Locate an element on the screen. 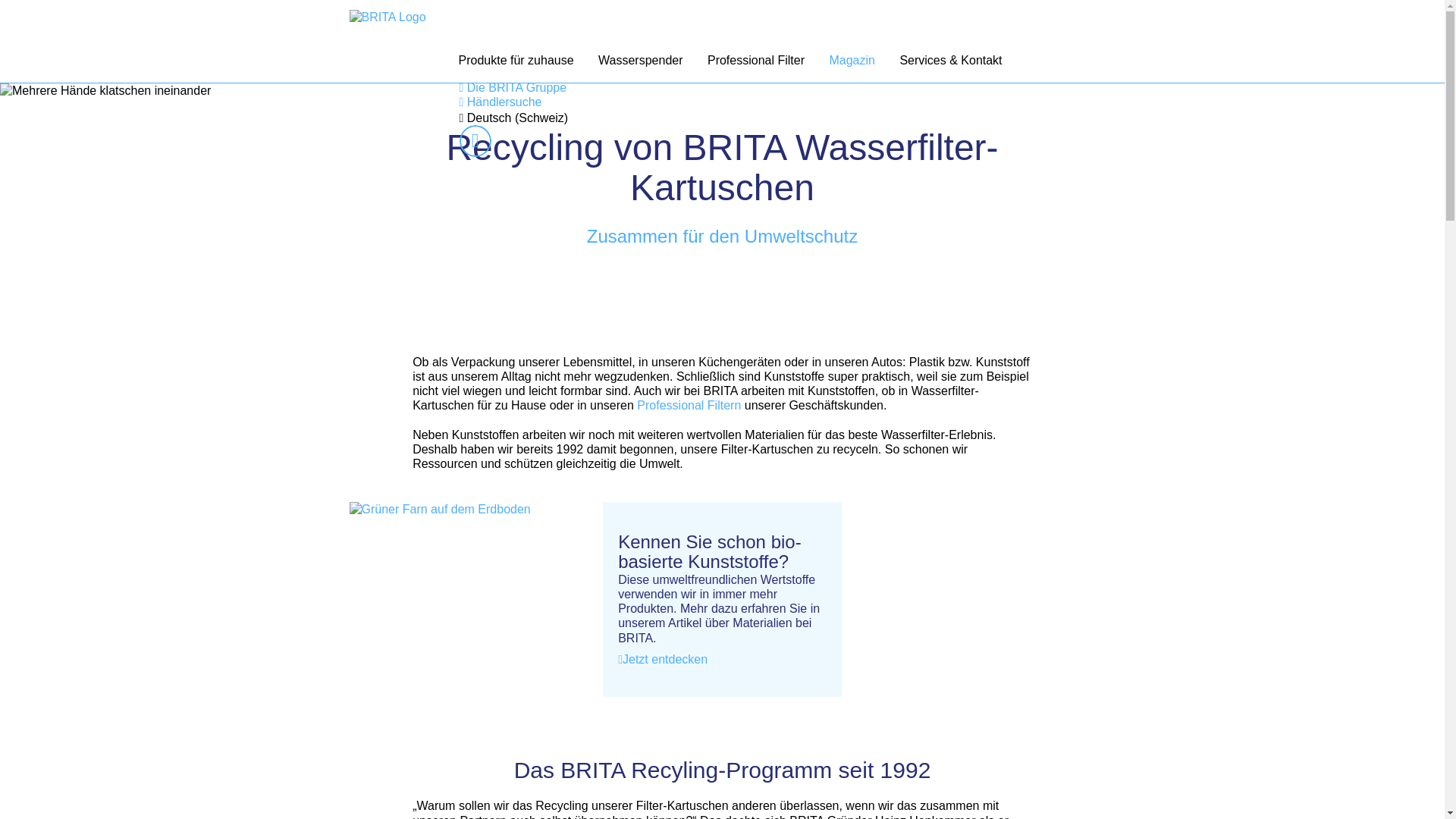  'Wasserspender' is located at coordinates (640, 61).